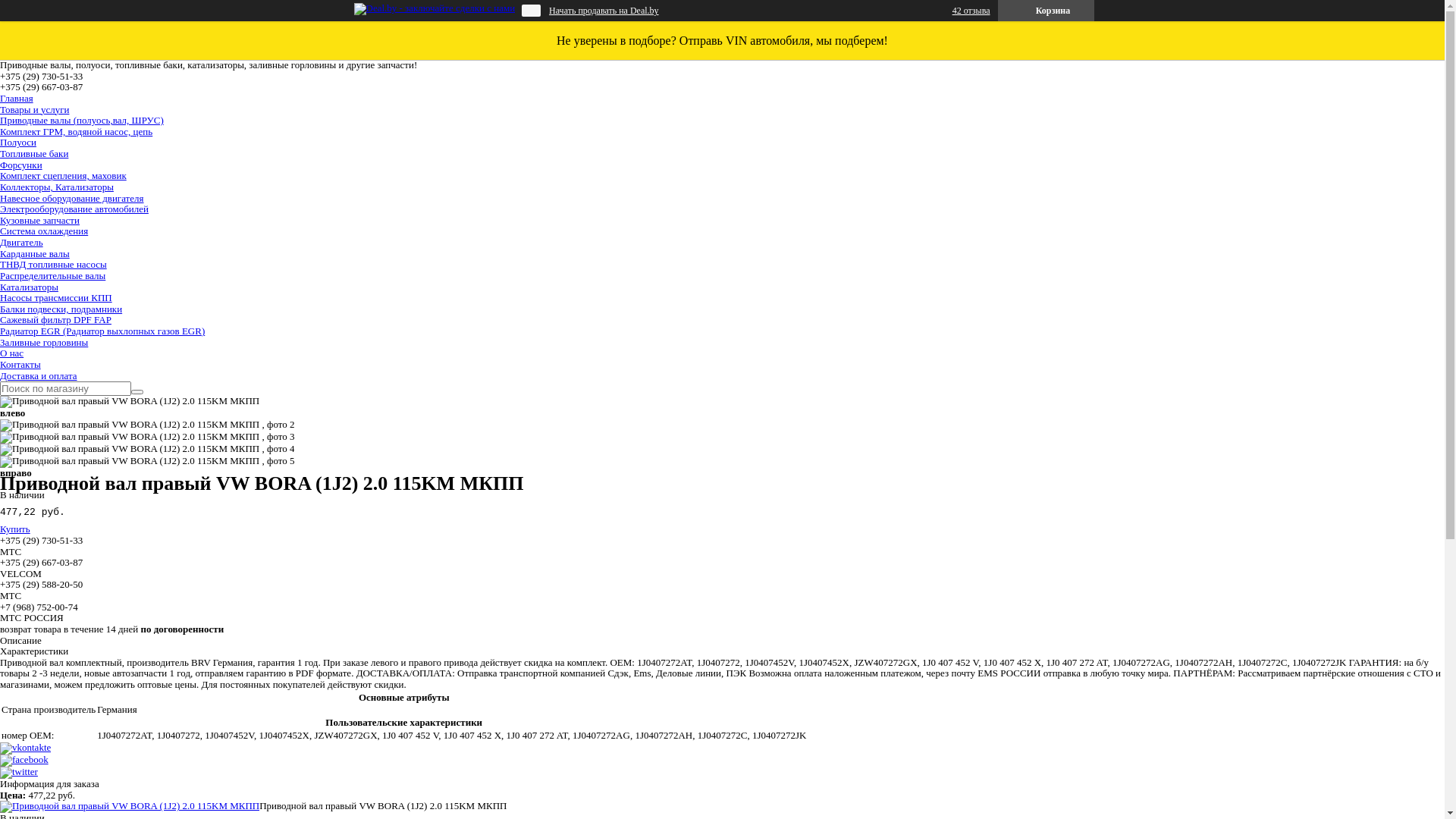 The height and width of the screenshot is (819, 1456). What do you see at coordinates (18, 771) in the screenshot?
I see `'twitter'` at bounding box center [18, 771].